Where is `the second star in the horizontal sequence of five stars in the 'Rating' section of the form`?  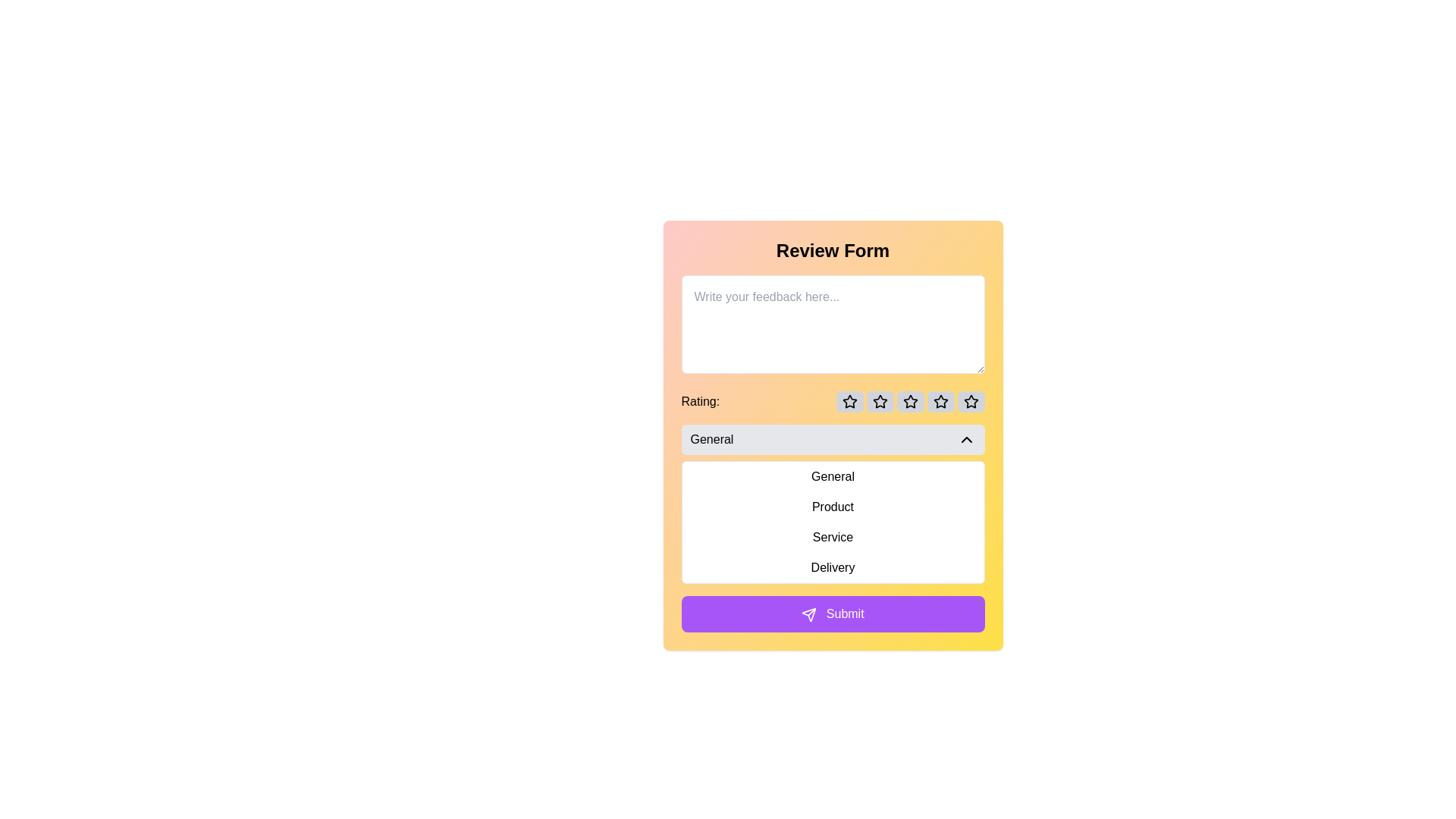 the second star in the horizontal sequence of five stars in the 'Rating' section of the form is located at coordinates (880, 400).